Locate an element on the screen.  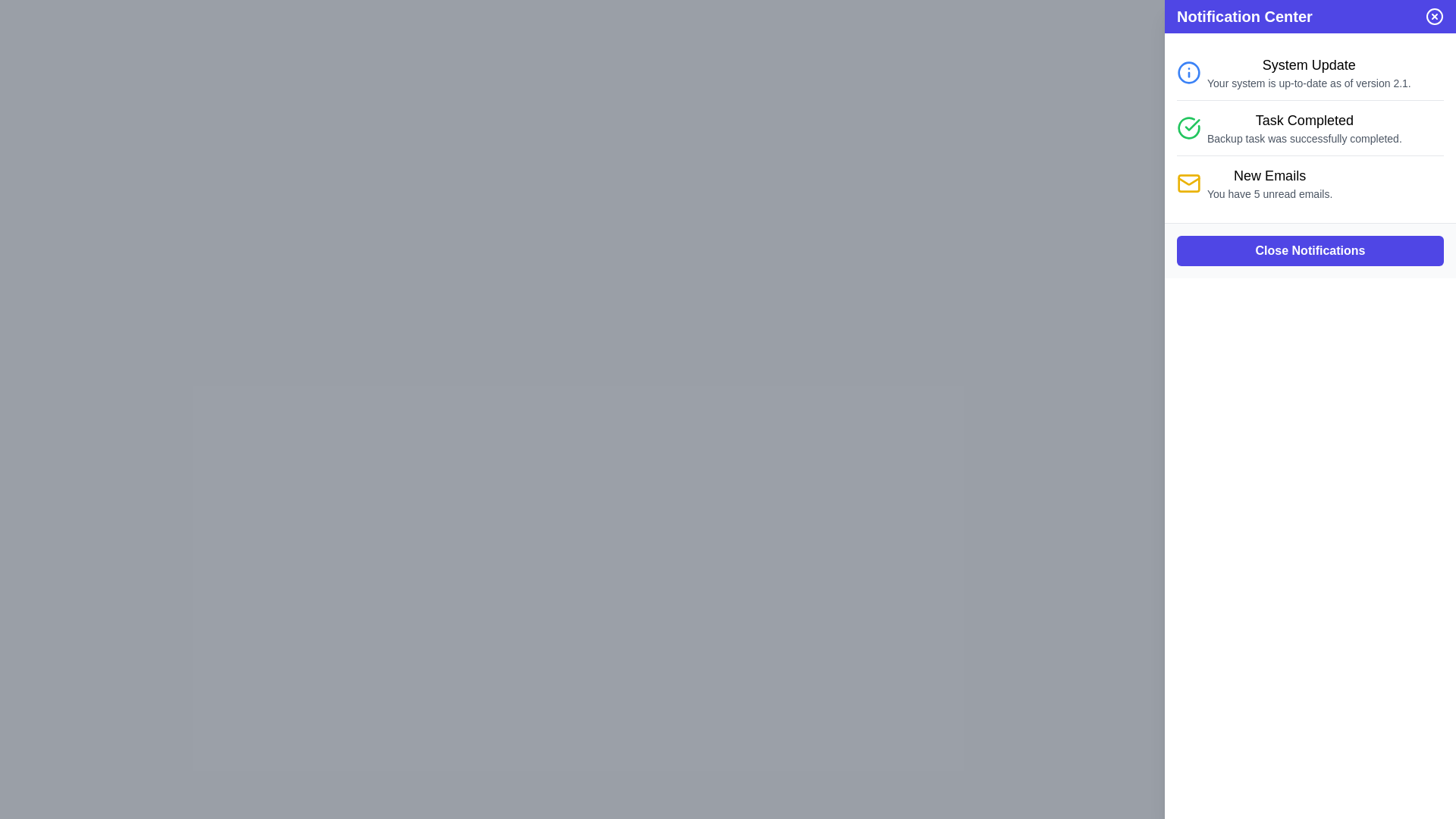
the green circular icon that indicates 'Task Completed', located to the left of the notification text in the second notification entry is located at coordinates (1191, 124).